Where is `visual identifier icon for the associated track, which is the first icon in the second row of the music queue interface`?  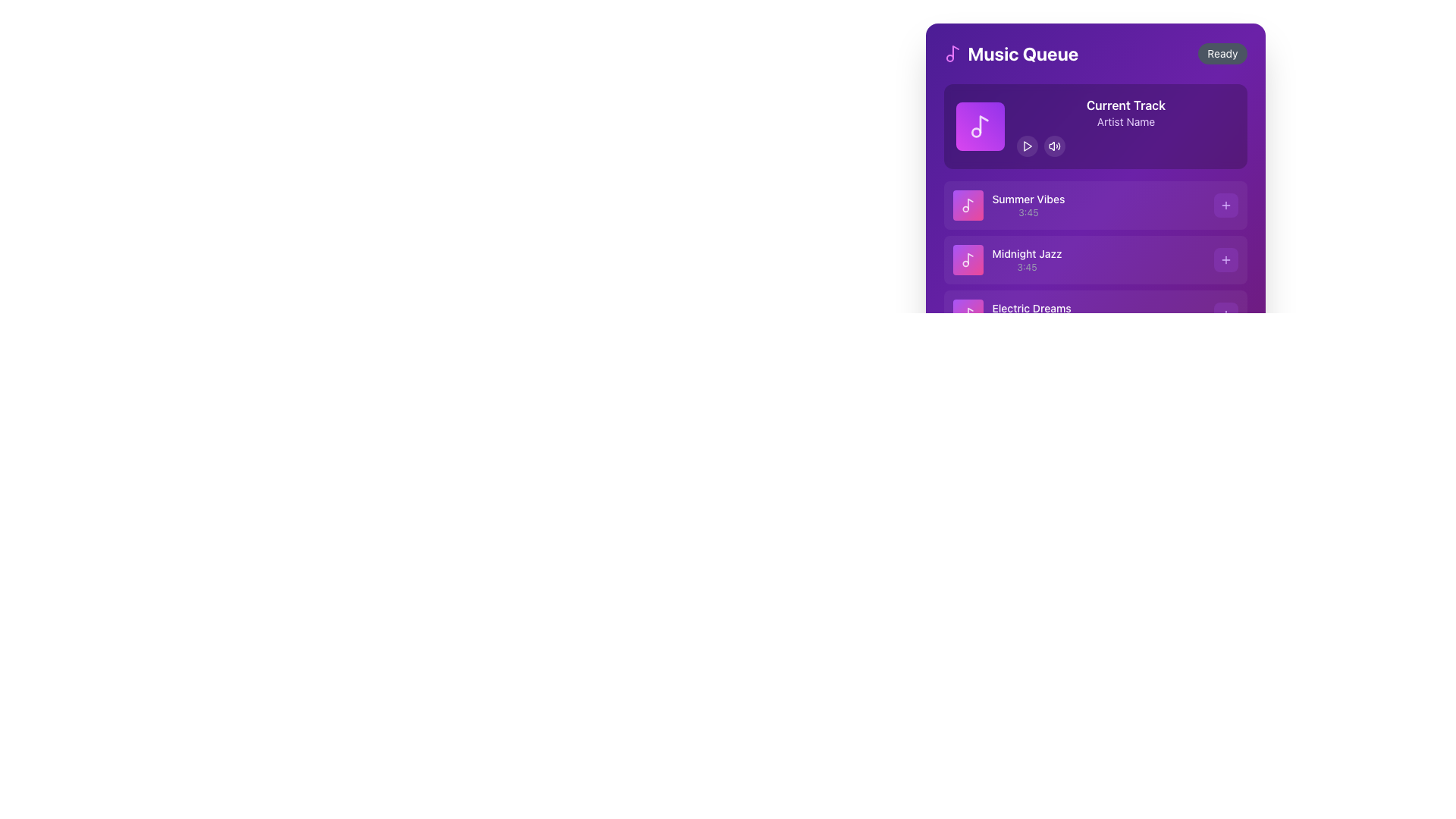
visual identifier icon for the associated track, which is the first icon in the second row of the music queue interface is located at coordinates (967, 205).